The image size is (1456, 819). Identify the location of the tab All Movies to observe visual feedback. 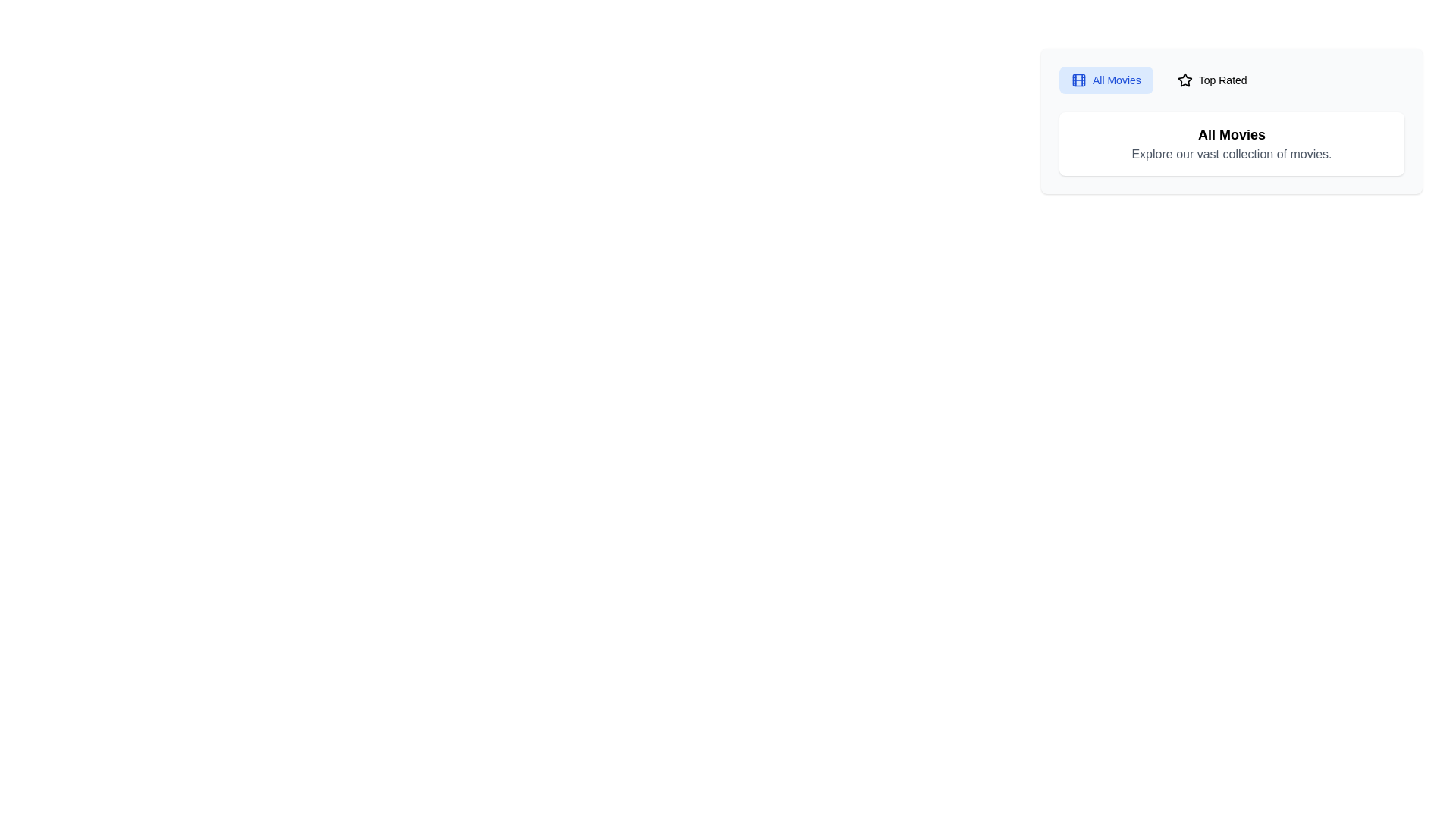
(1106, 80).